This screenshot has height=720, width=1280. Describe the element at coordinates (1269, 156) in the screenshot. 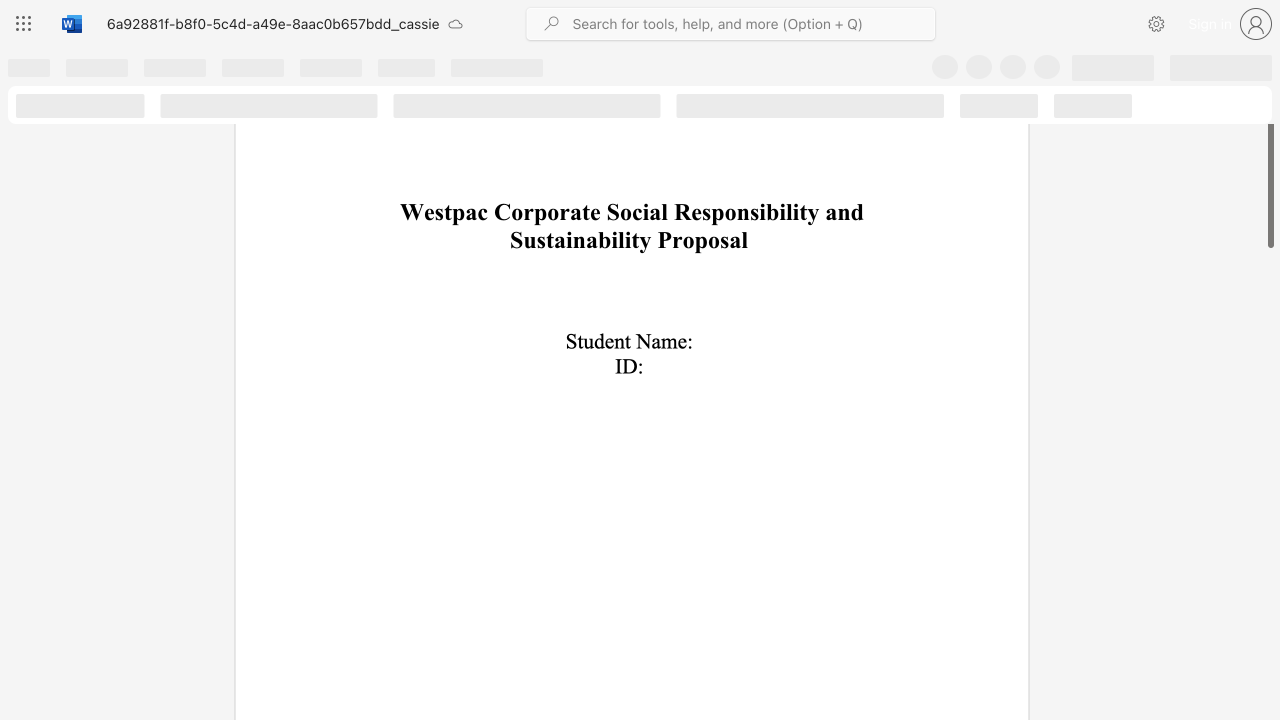

I see `the scrollbar and move down 1040 pixels` at that location.